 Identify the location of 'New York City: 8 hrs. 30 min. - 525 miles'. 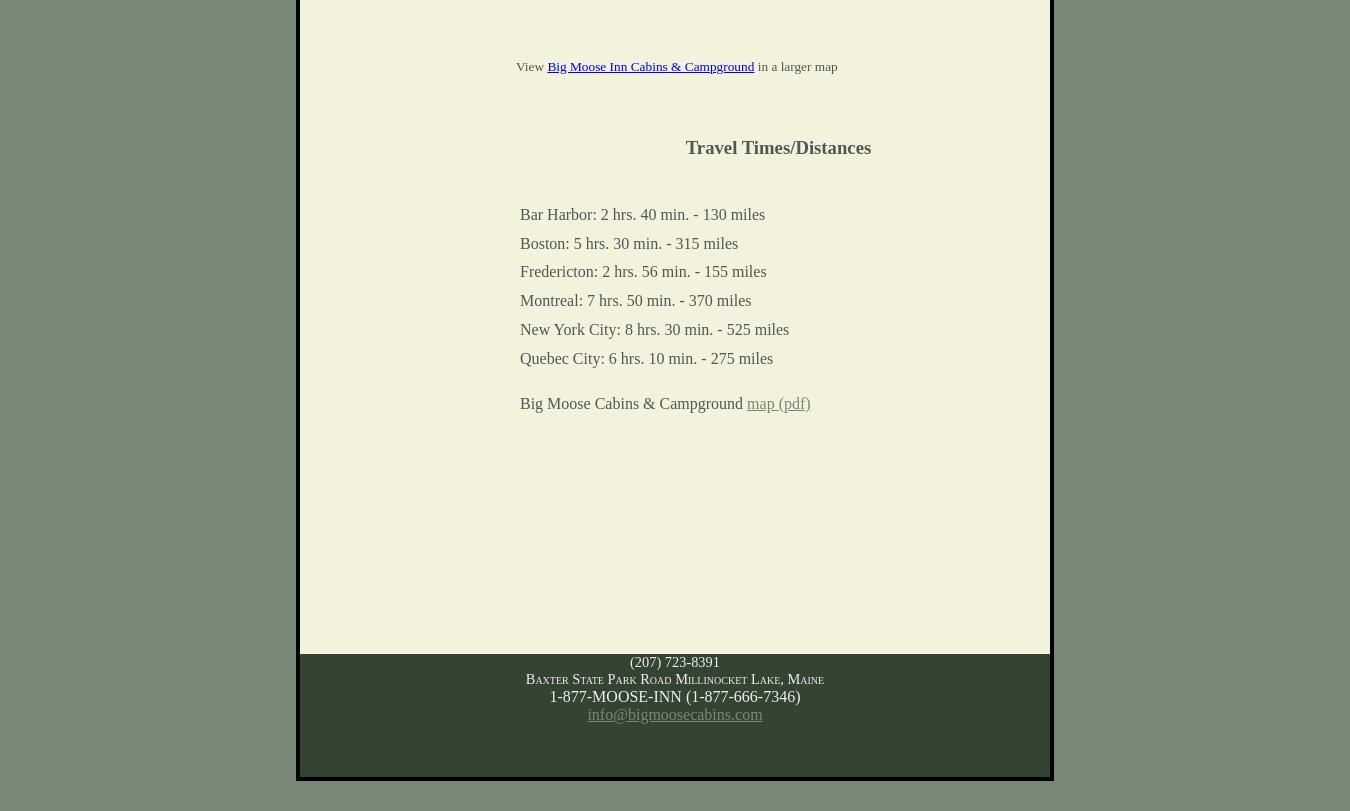
(654, 329).